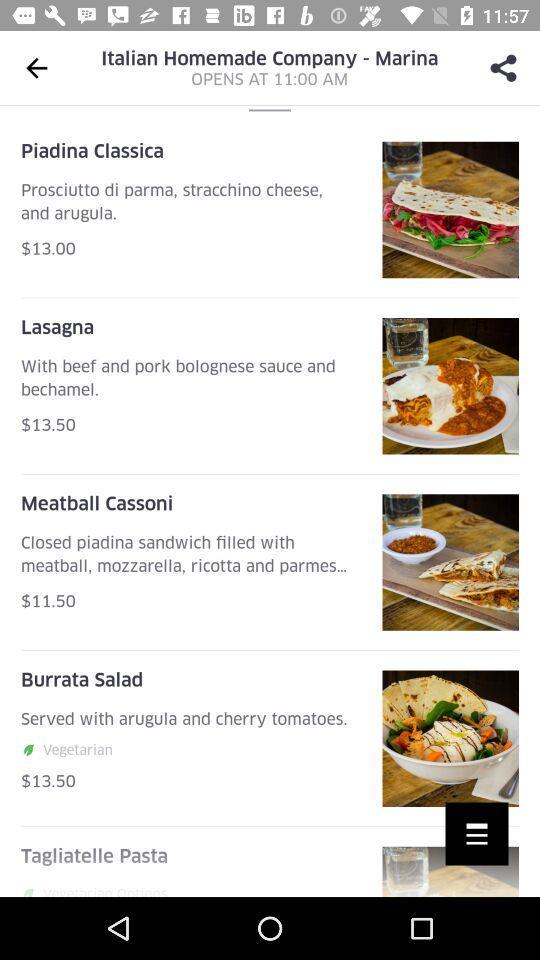 This screenshot has height=960, width=540. I want to click on first image from top, so click(451, 209).